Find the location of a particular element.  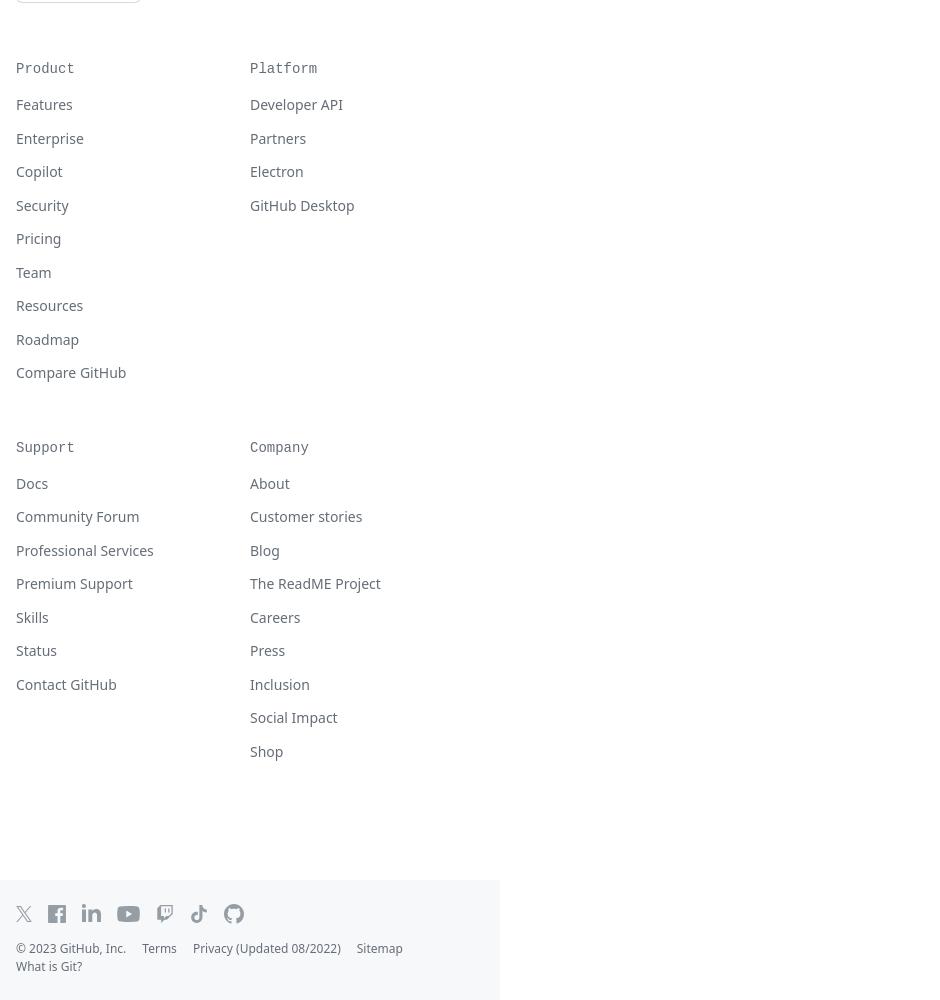

'Roadmap' is located at coordinates (15, 337).